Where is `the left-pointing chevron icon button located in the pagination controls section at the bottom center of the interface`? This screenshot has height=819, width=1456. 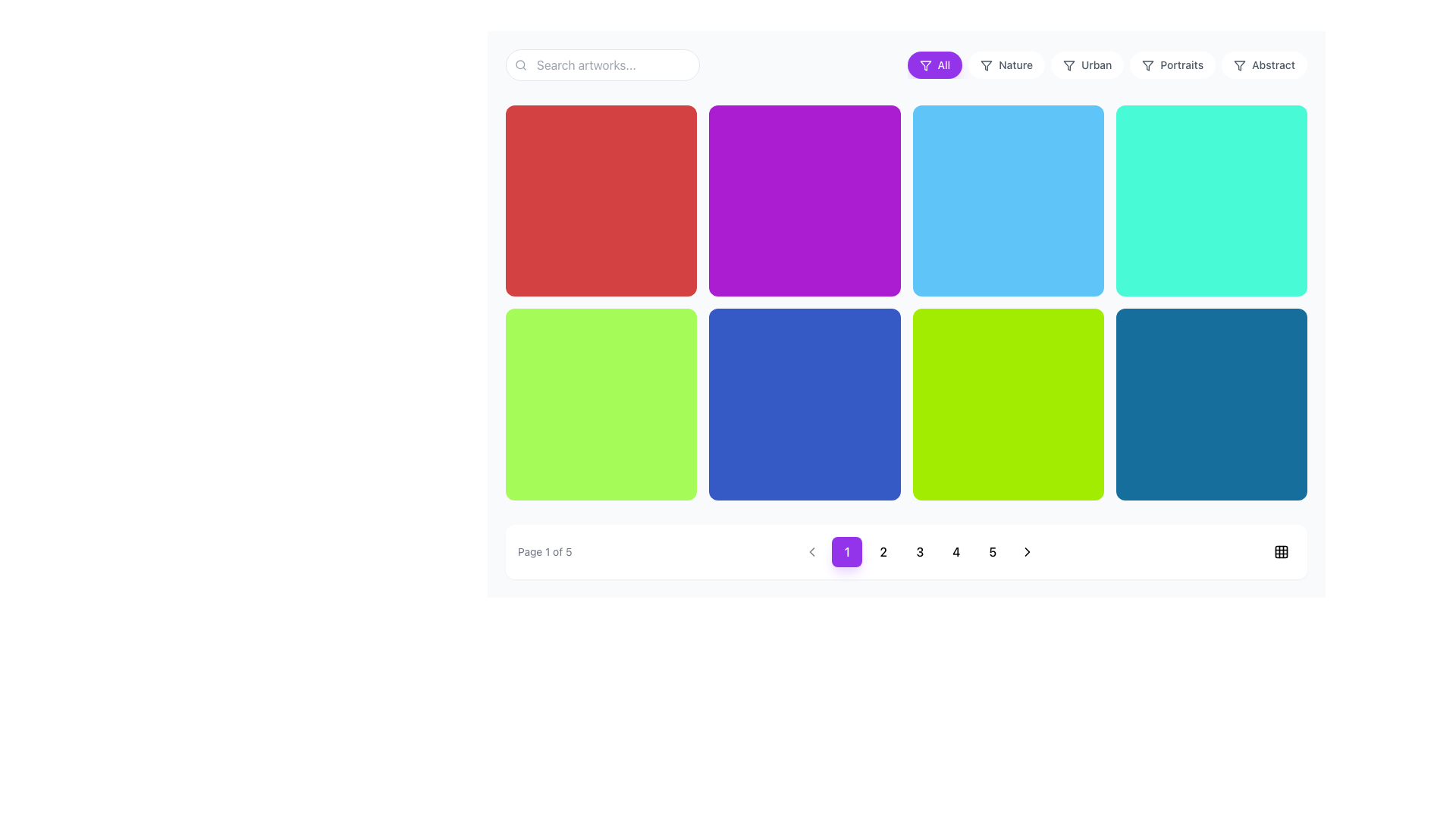 the left-pointing chevron icon button located in the pagination controls section at the bottom center of the interface is located at coordinates (811, 551).